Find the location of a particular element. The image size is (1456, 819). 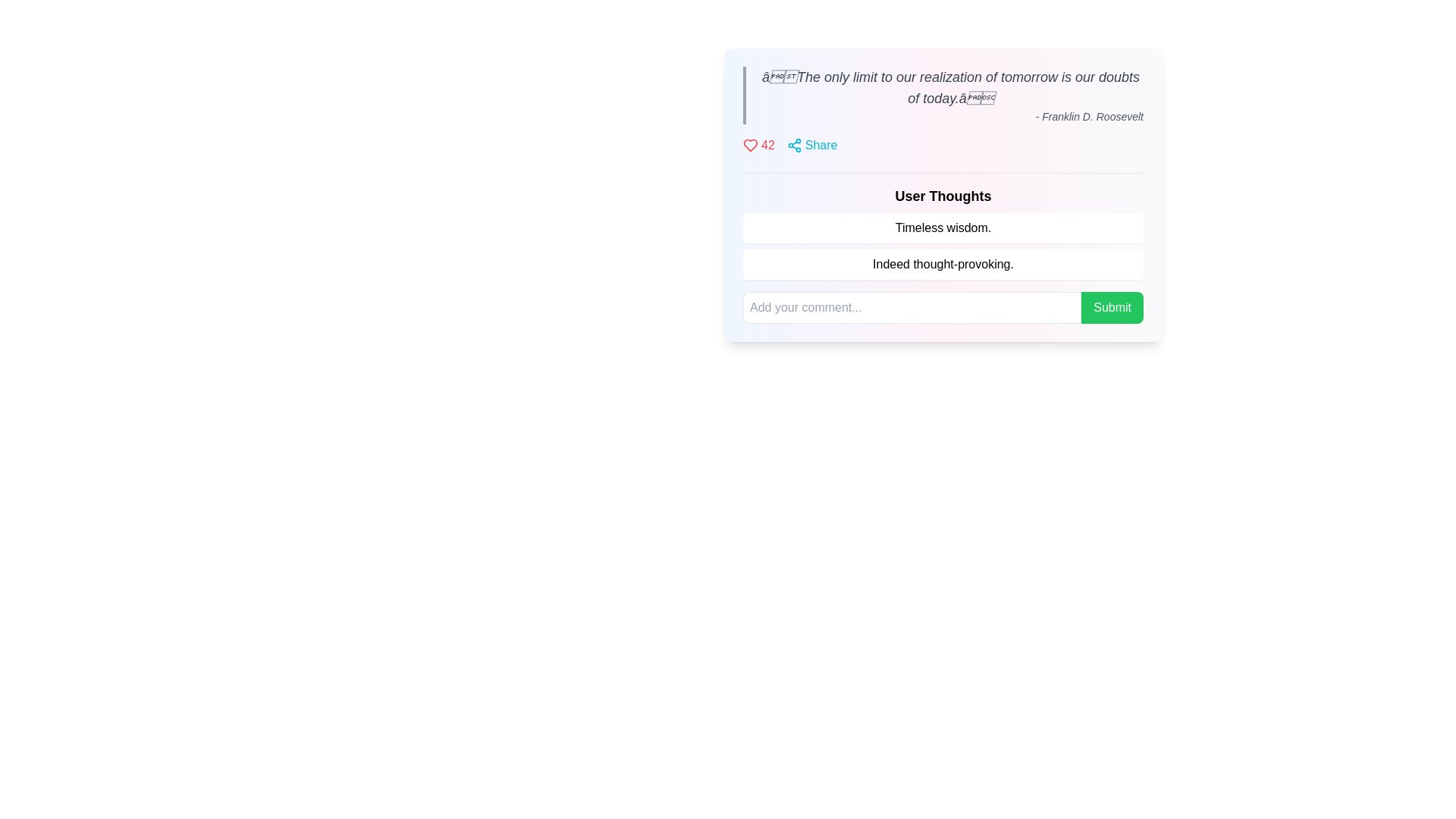

the SVG share icon, which is characterized by three connected circles and is accompanied by the text label 'Share' is located at coordinates (793, 146).